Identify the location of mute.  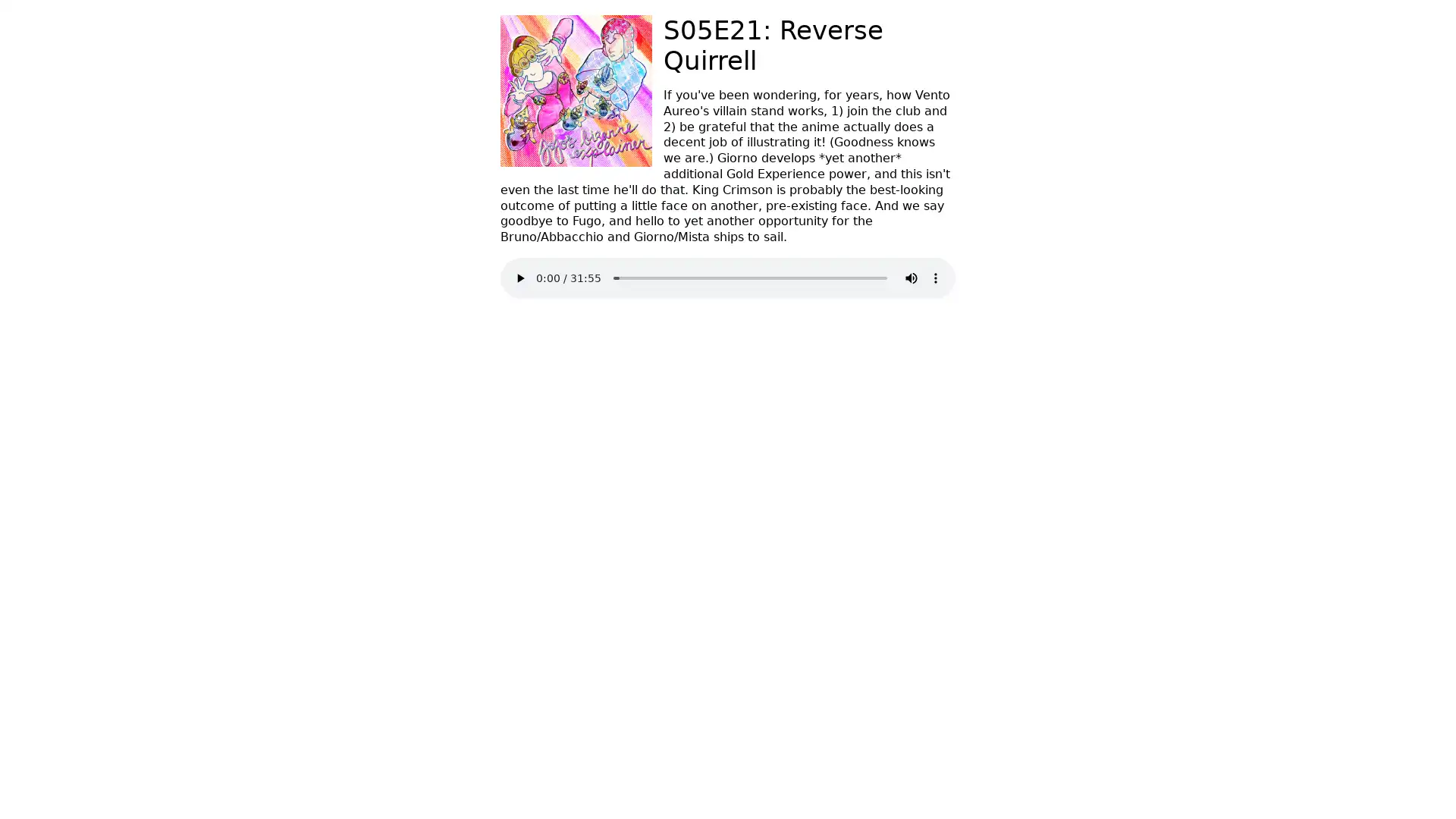
(910, 278).